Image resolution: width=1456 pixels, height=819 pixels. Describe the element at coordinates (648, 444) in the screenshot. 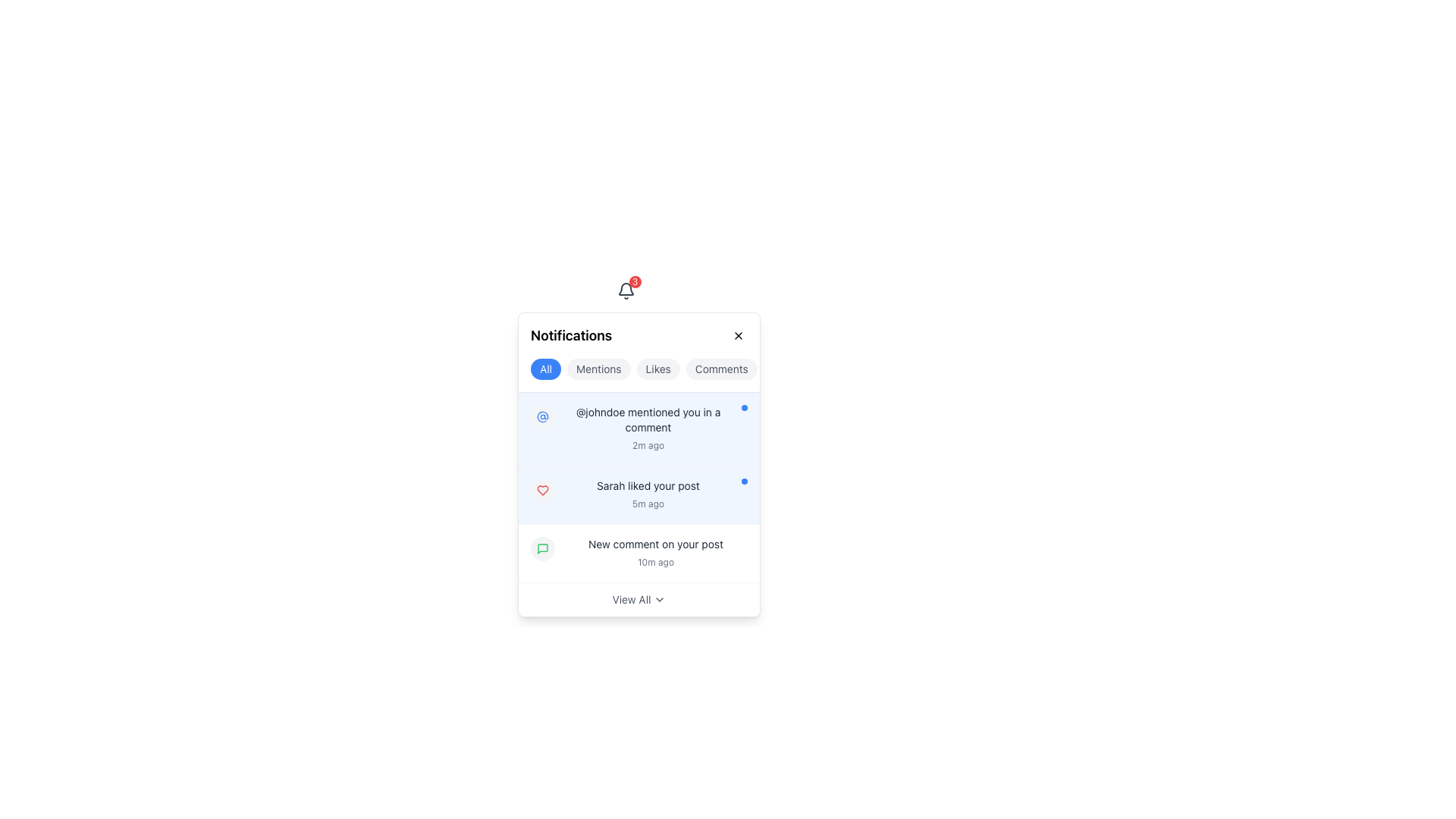

I see `the text label displaying '2m ago', which is located below the notification message '@johndoe mentioned you in a comment' and aligned to the right-hand side of the notification panel` at that location.